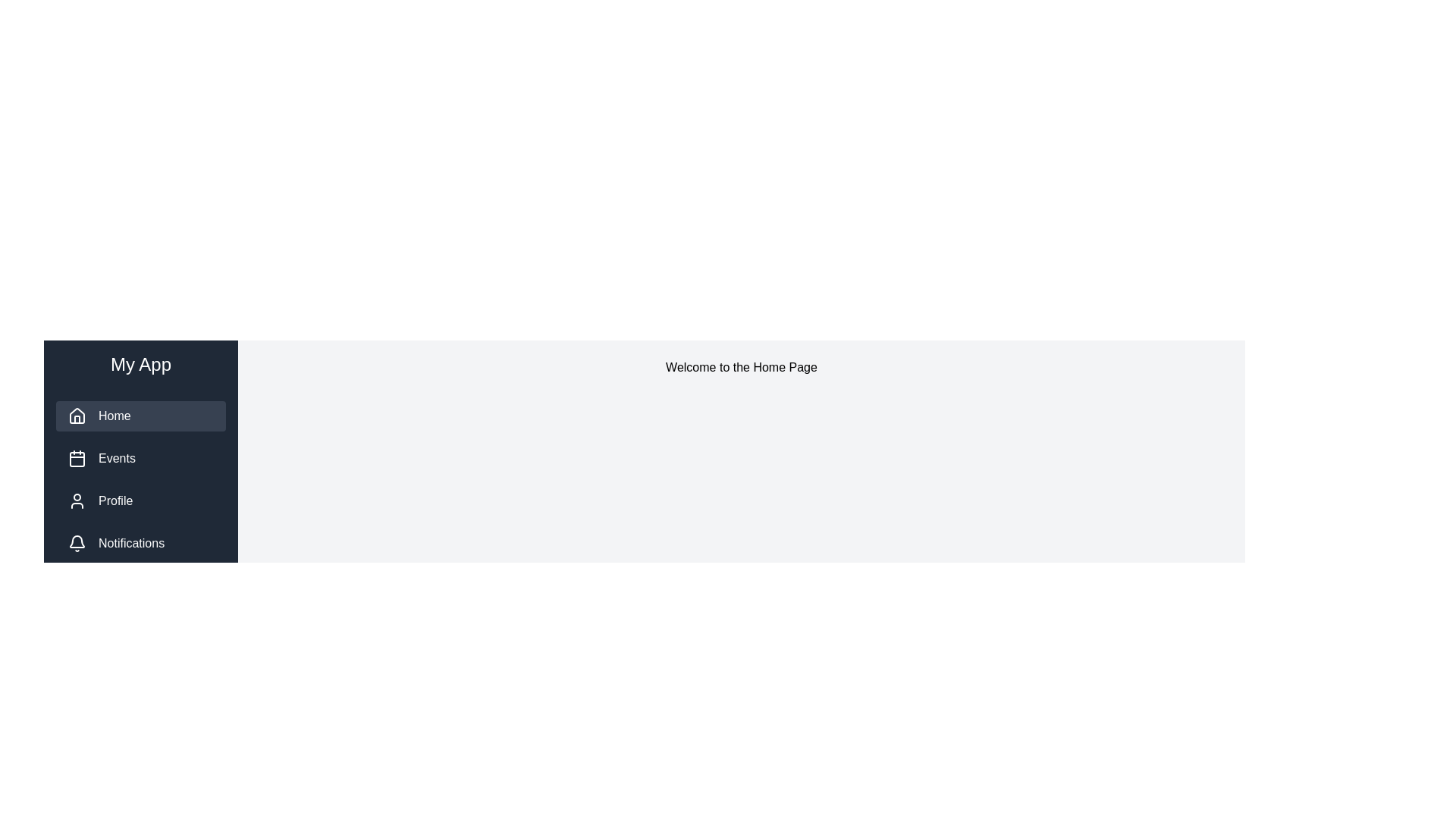 The width and height of the screenshot is (1456, 819). Describe the element at coordinates (76, 458) in the screenshot. I see `the calendar icon, which is a simple line art representation with a square outline and two tabs at the top, located next to the 'Events' text in the vertical navigation menu` at that location.